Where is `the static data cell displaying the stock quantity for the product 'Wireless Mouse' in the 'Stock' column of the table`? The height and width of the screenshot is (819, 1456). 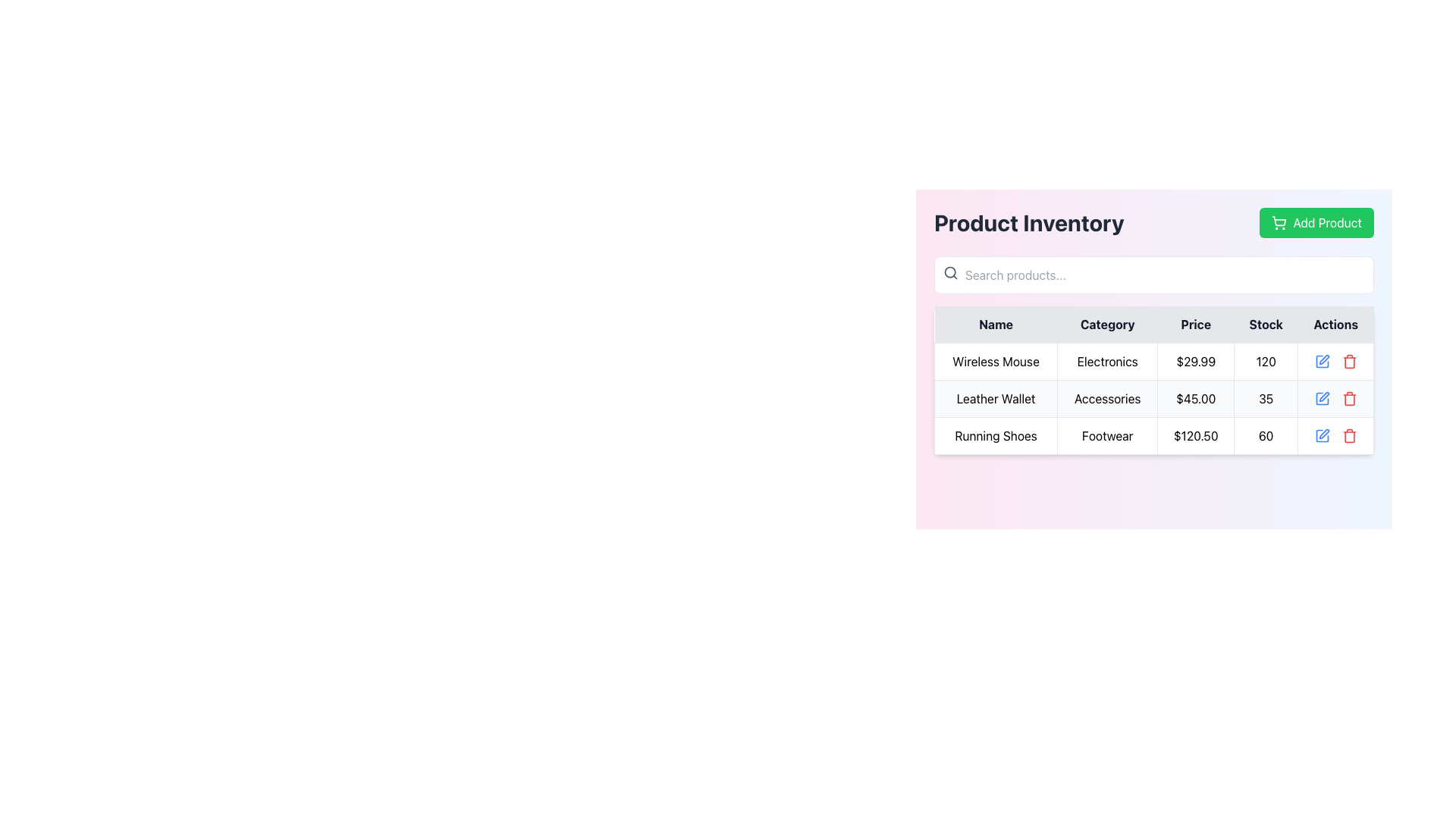
the static data cell displaying the stock quantity for the product 'Wireless Mouse' in the 'Stock' column of the table is located at coordinates (1266, 362).